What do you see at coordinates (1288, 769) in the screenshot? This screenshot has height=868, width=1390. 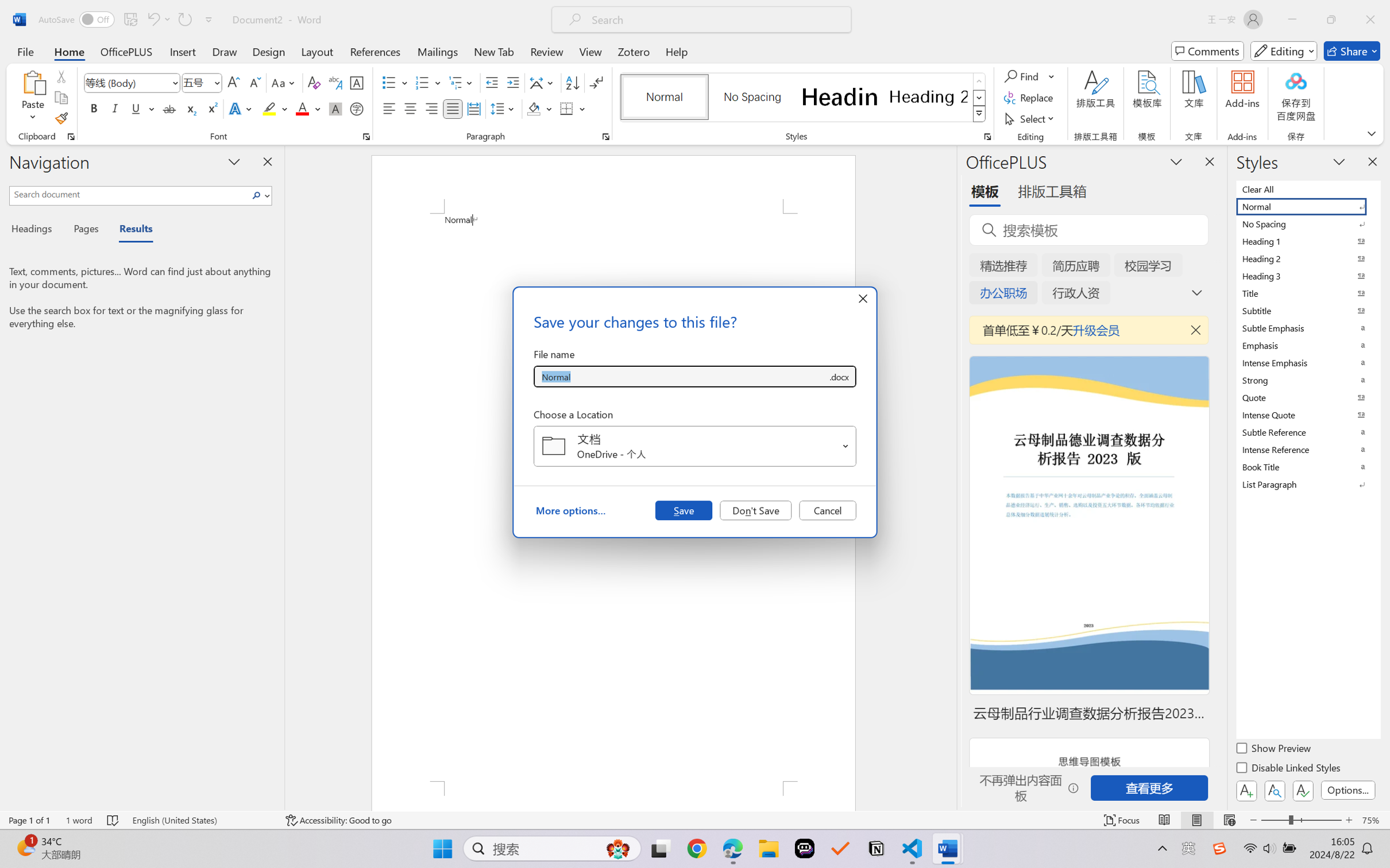 I see `'Disable Linked Styles'` at bounding box center [1288, 769].